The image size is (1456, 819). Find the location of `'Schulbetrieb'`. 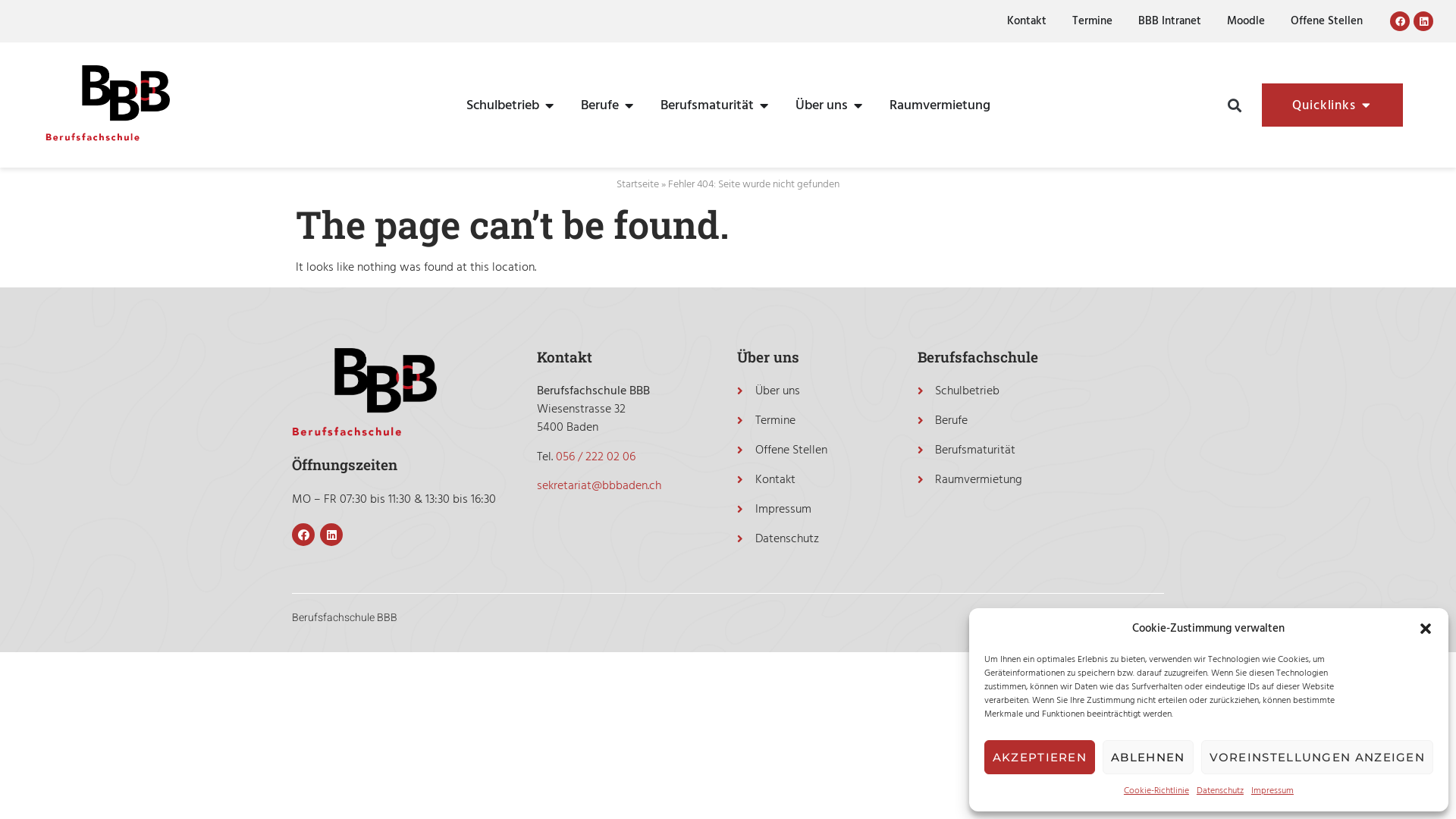

'Schulbetrieb' is located at coordinates (916, 390).